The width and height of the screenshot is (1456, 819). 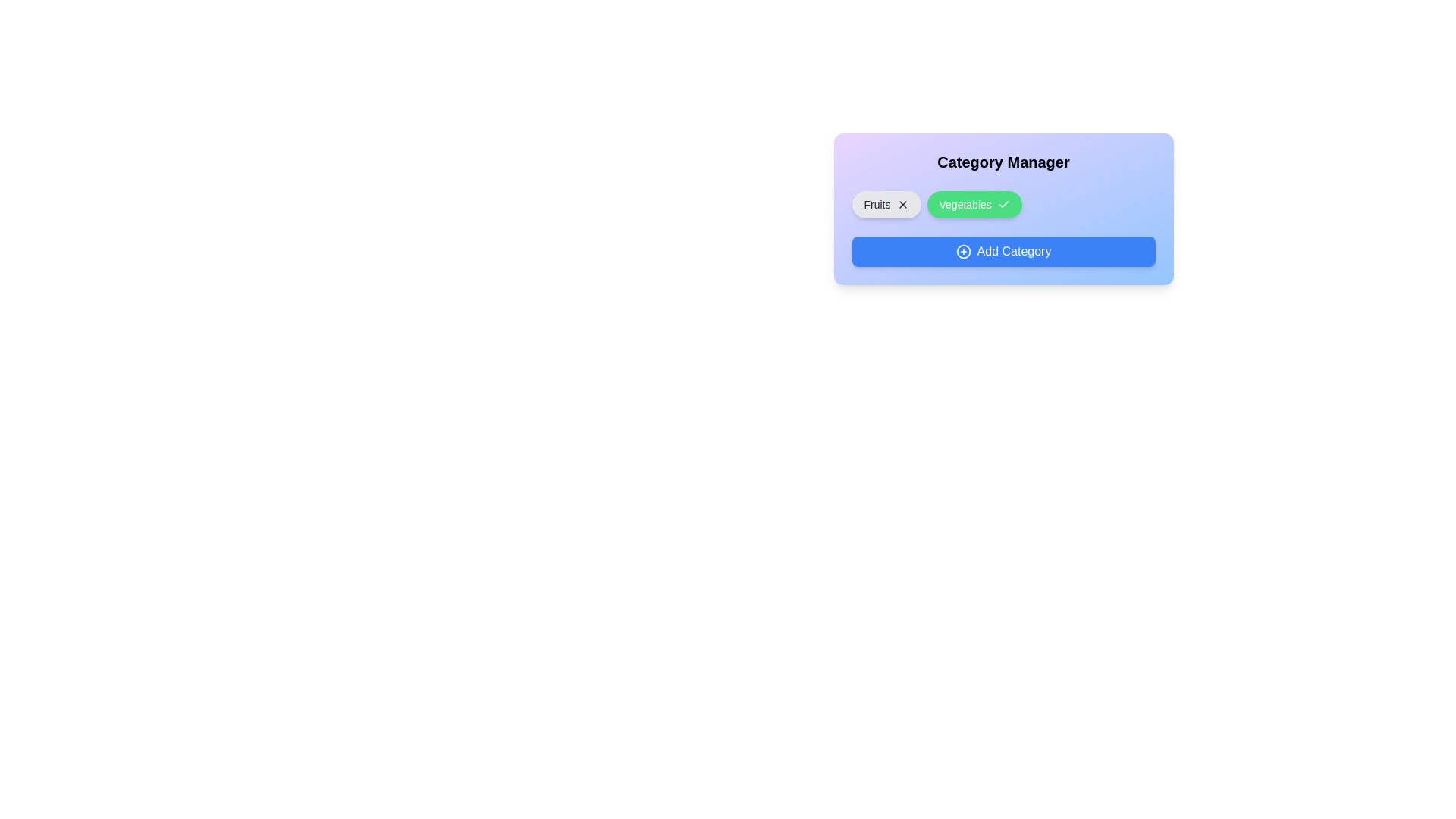 I want to click on the category chip labeled Fruits, so click(x=886, y=205).